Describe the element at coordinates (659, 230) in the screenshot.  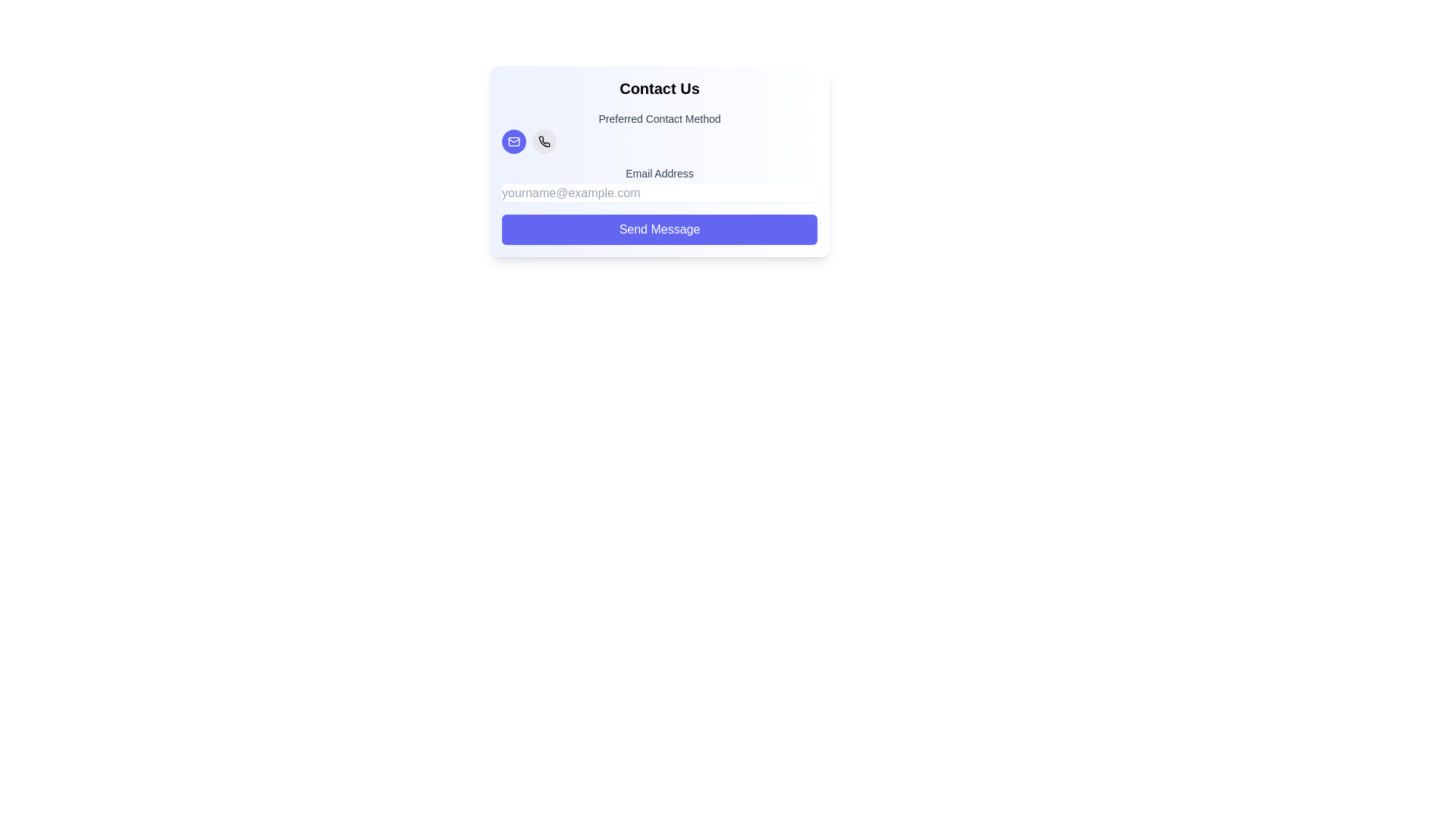
I see `the 'Send Message' button, which is an indigo rectangular button with rounded edges located at the bottom of the 'Contact Us' section` at that location.